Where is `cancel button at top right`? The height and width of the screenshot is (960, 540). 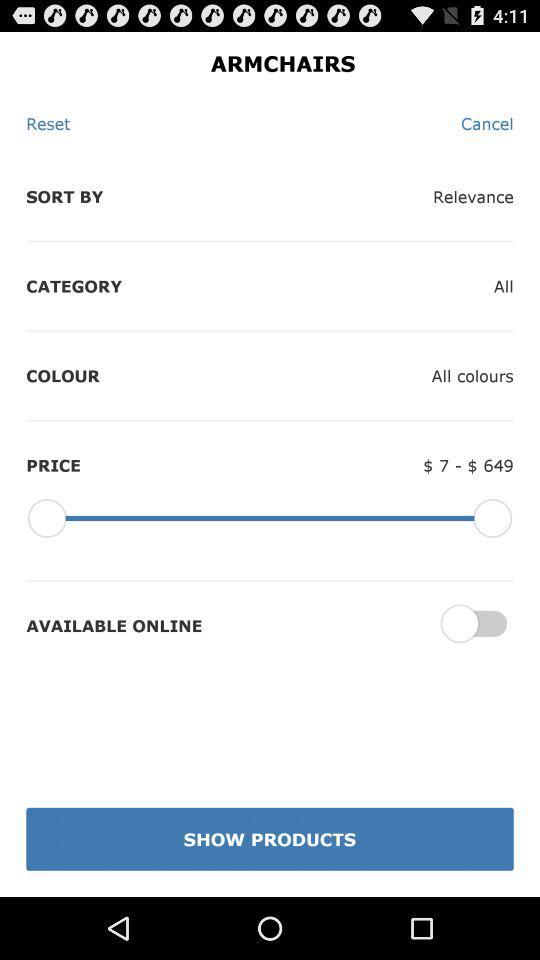
cancel button at top right is located at coordinates (486, 122).